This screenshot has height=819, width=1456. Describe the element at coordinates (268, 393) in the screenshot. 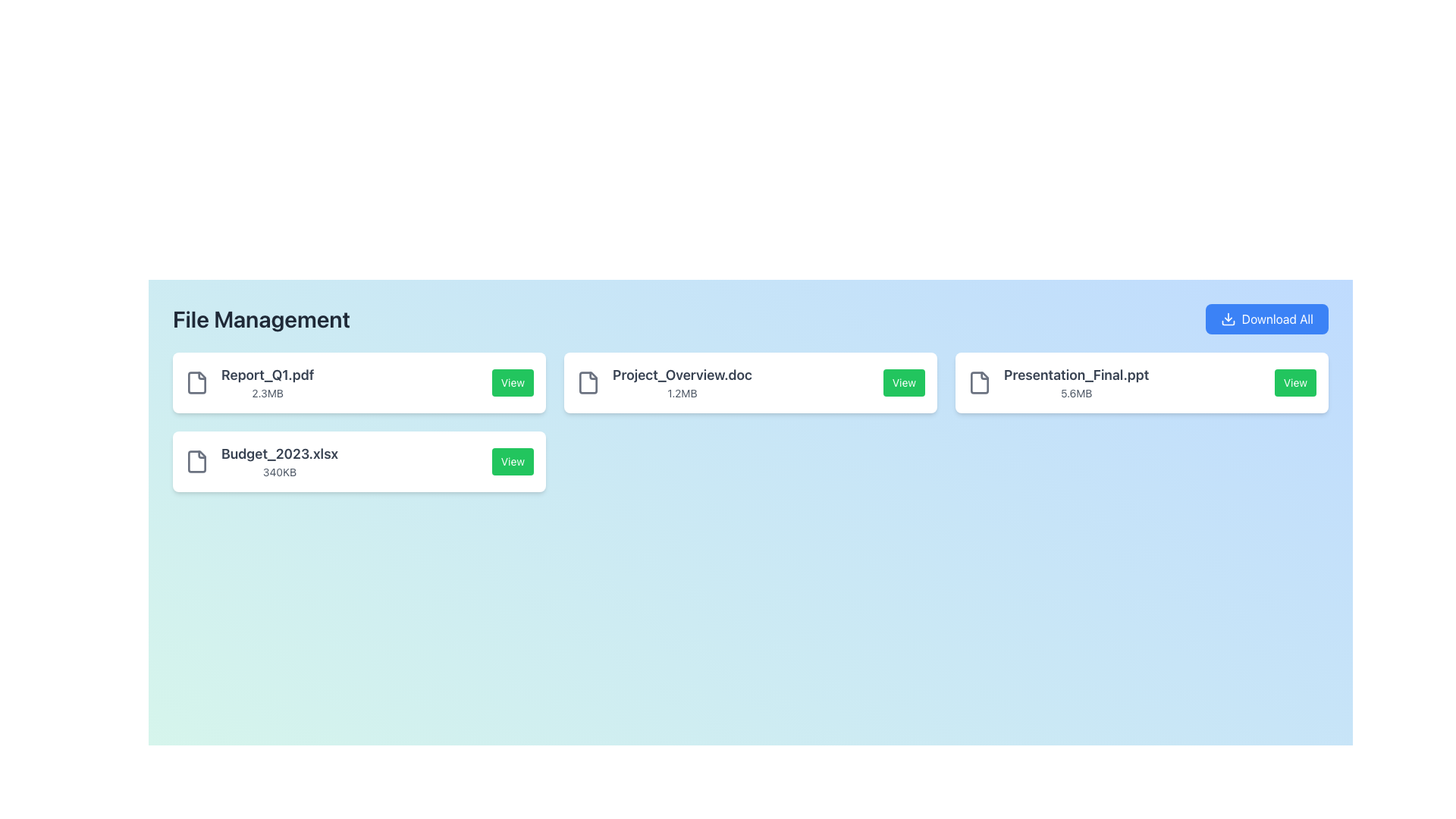

I see `the text label displaying the file size '2.3MB' located below the title 'Report_Q1.pdf' in the upper-left card of the document grid` at that location.